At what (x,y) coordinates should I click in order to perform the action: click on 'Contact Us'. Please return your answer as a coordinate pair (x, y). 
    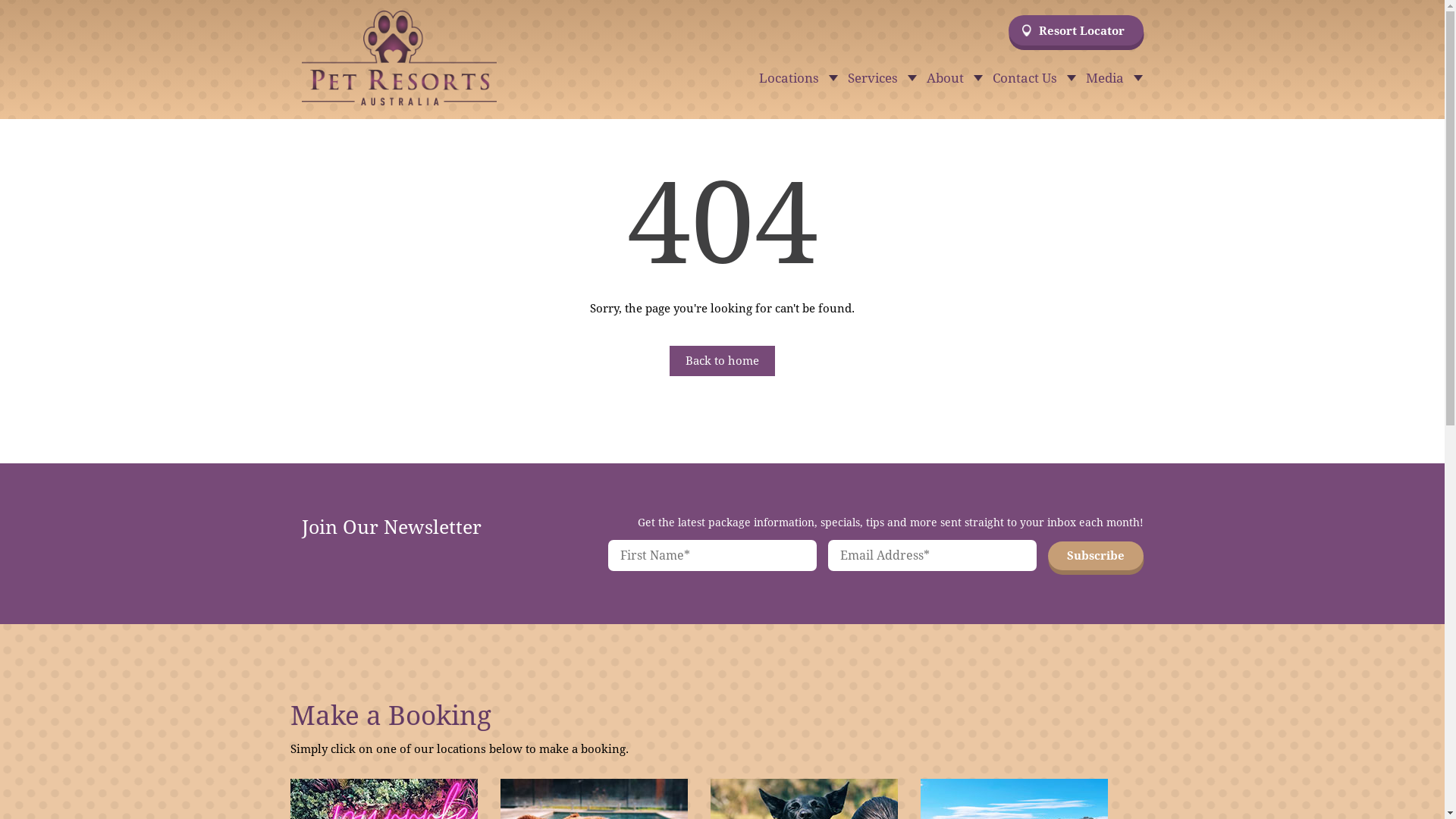
    Looking at the image, I should click on (1031, 79).